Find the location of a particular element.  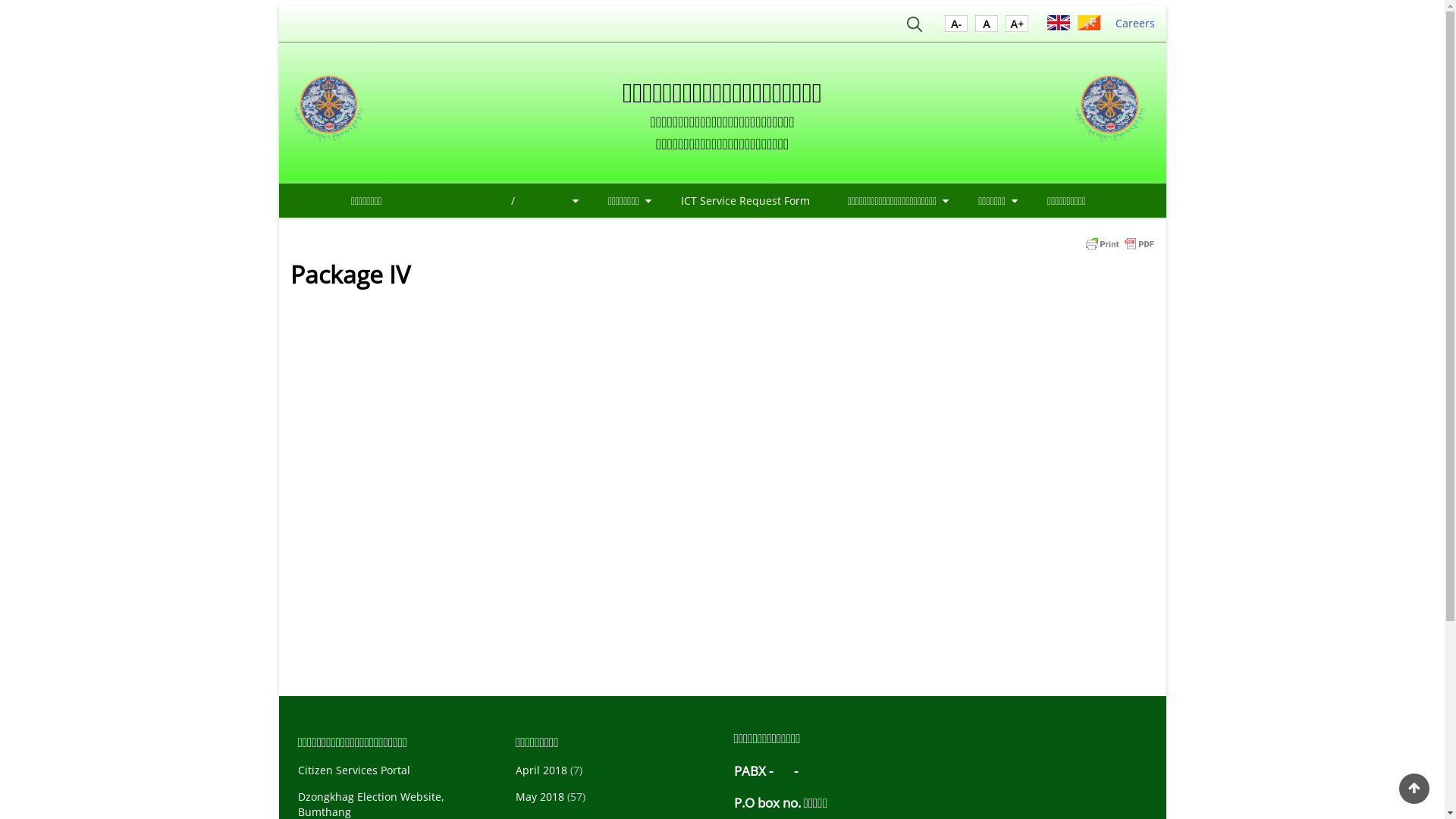

'Back to Top' is located at coordinates (1414, 788).